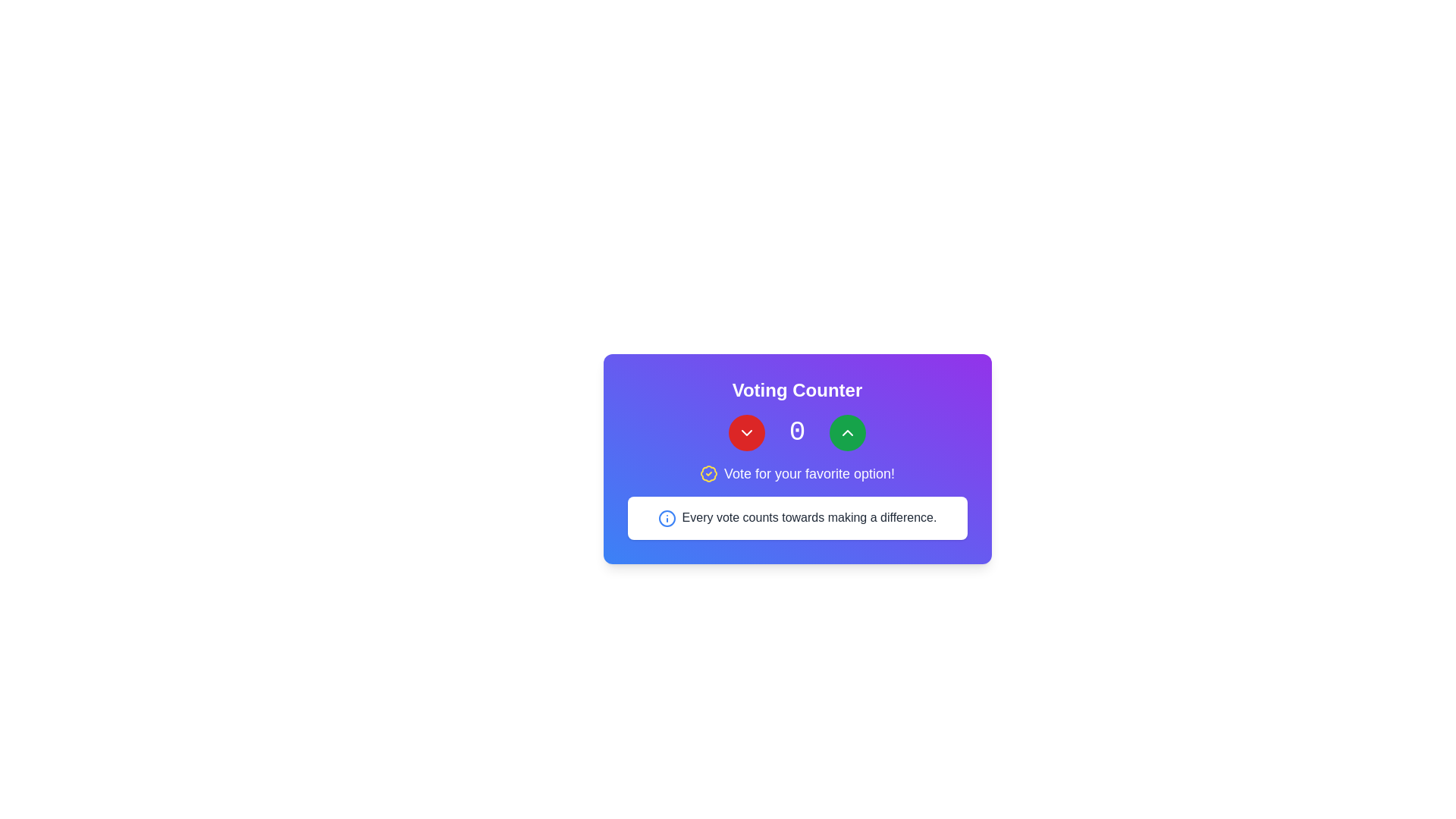 This screenshot has height=819, width=1456. What do you see at coordinates (796, 432) in the screenshot?
I see `the central numeric display in the voting interface, which is styled with a monospaced font and positioned between the red downward arrow button and the green upward arrow button` at bounding box center [796, 432].